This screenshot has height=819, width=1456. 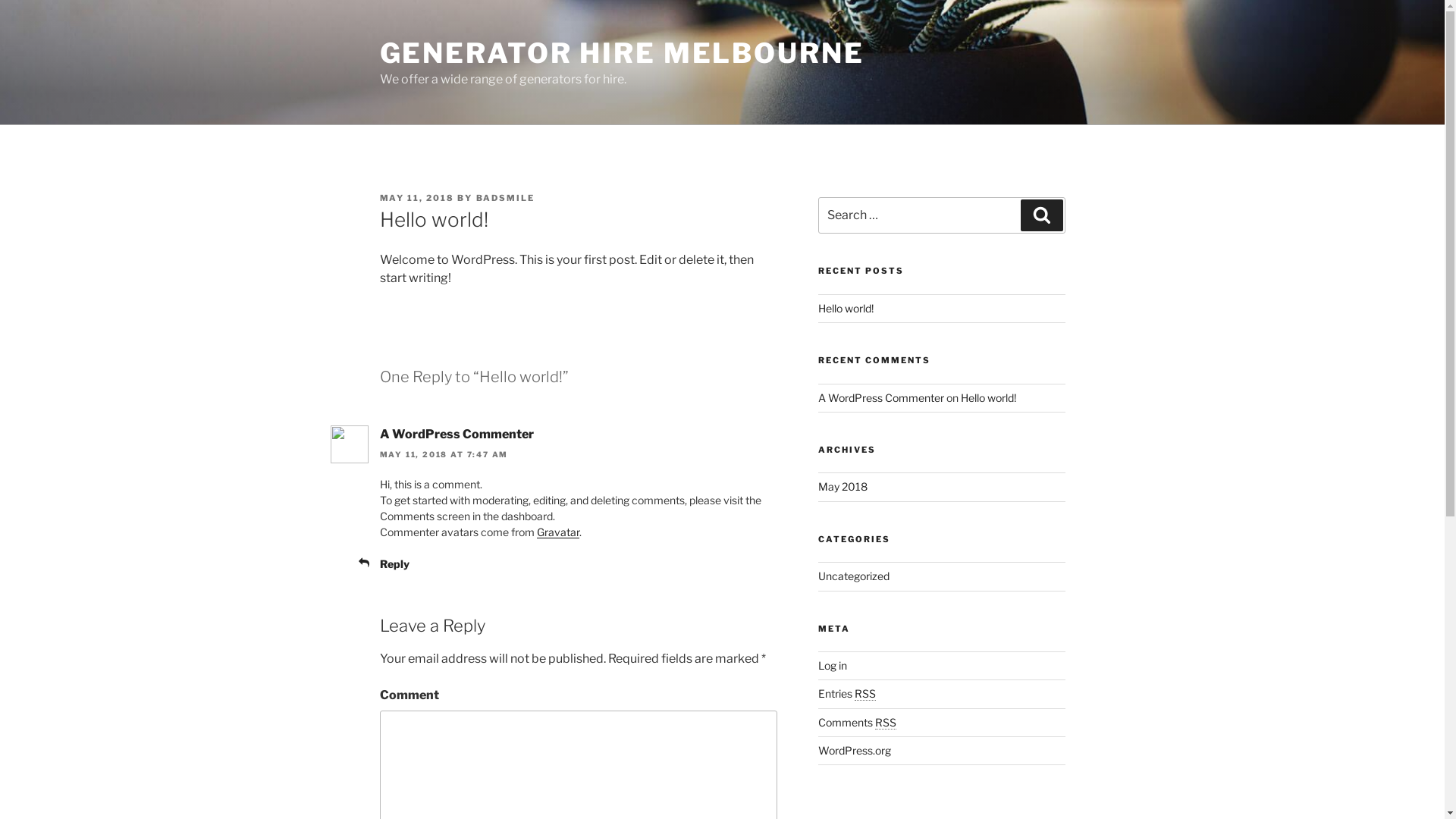 I want to click on 'Gravatar', so click(x=557, y=531).